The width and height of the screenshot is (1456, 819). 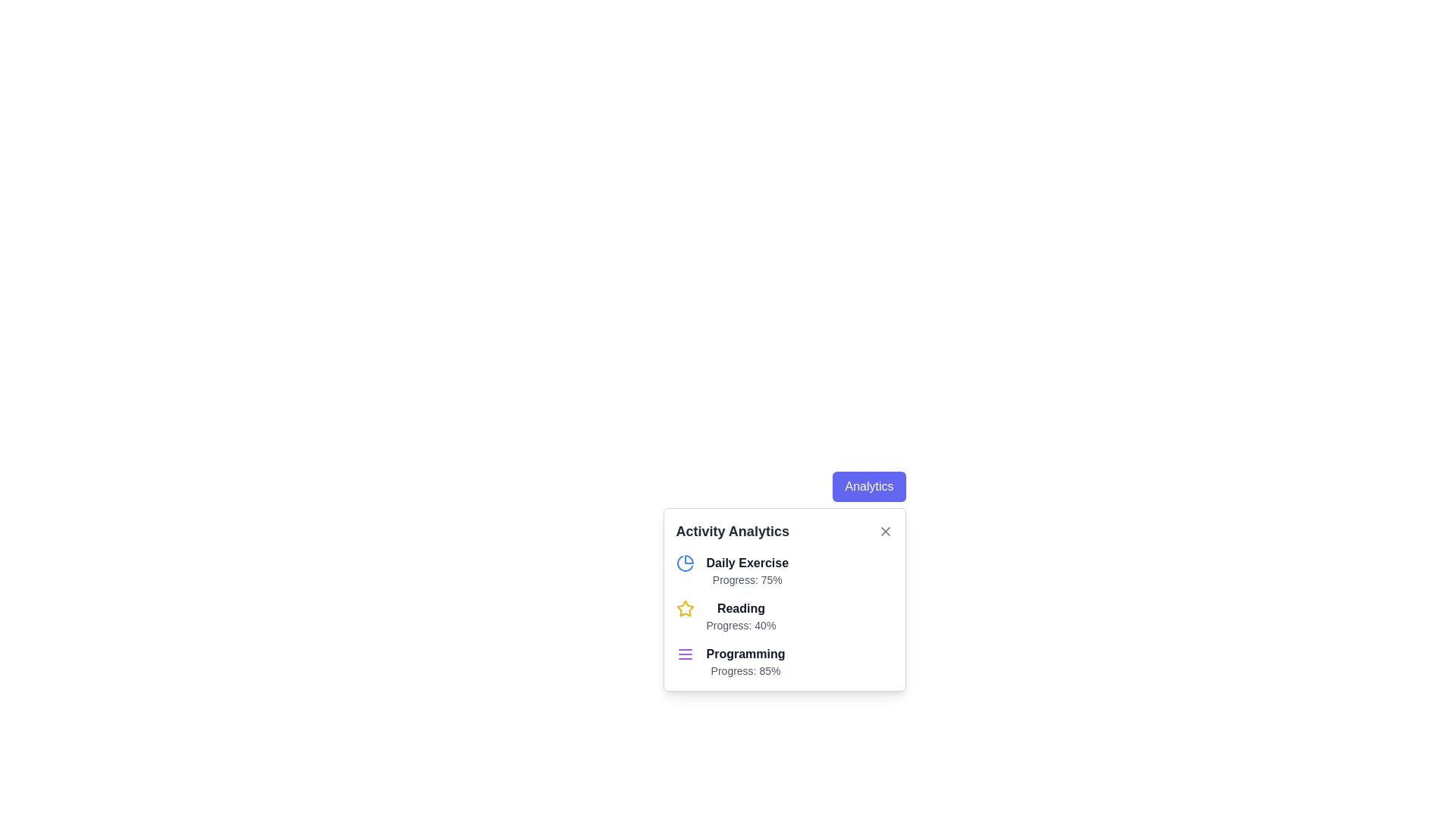 What do you see at coordinates (885, 531) in the screenshot?
I see `the circular button with an 'X' icon located to the right of the 'Activity Analytics' heading to trigger the hover effects` at bounding box center [885, 531].